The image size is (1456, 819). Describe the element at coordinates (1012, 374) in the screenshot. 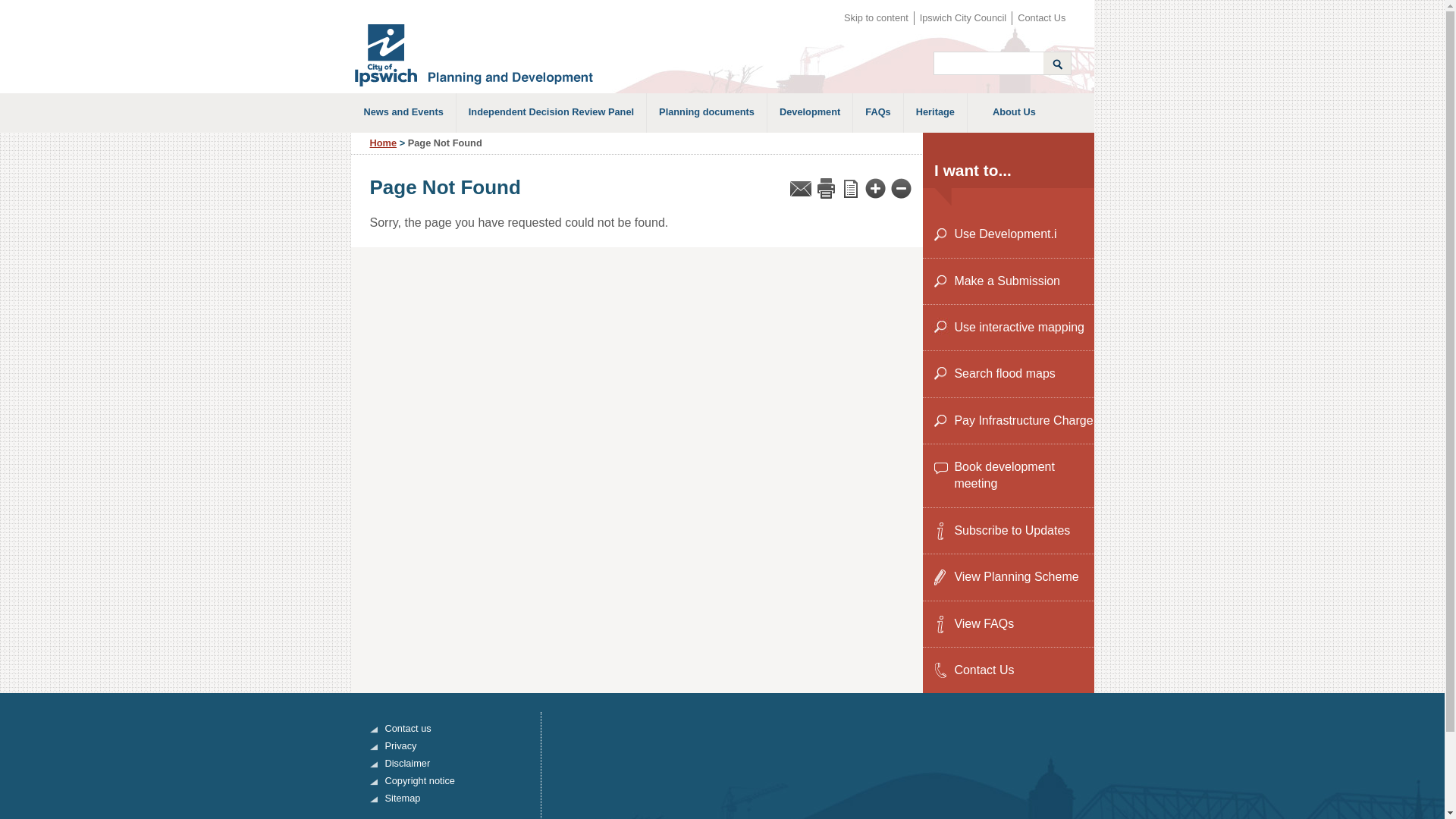

I see `'Search flood maps'` at that location.